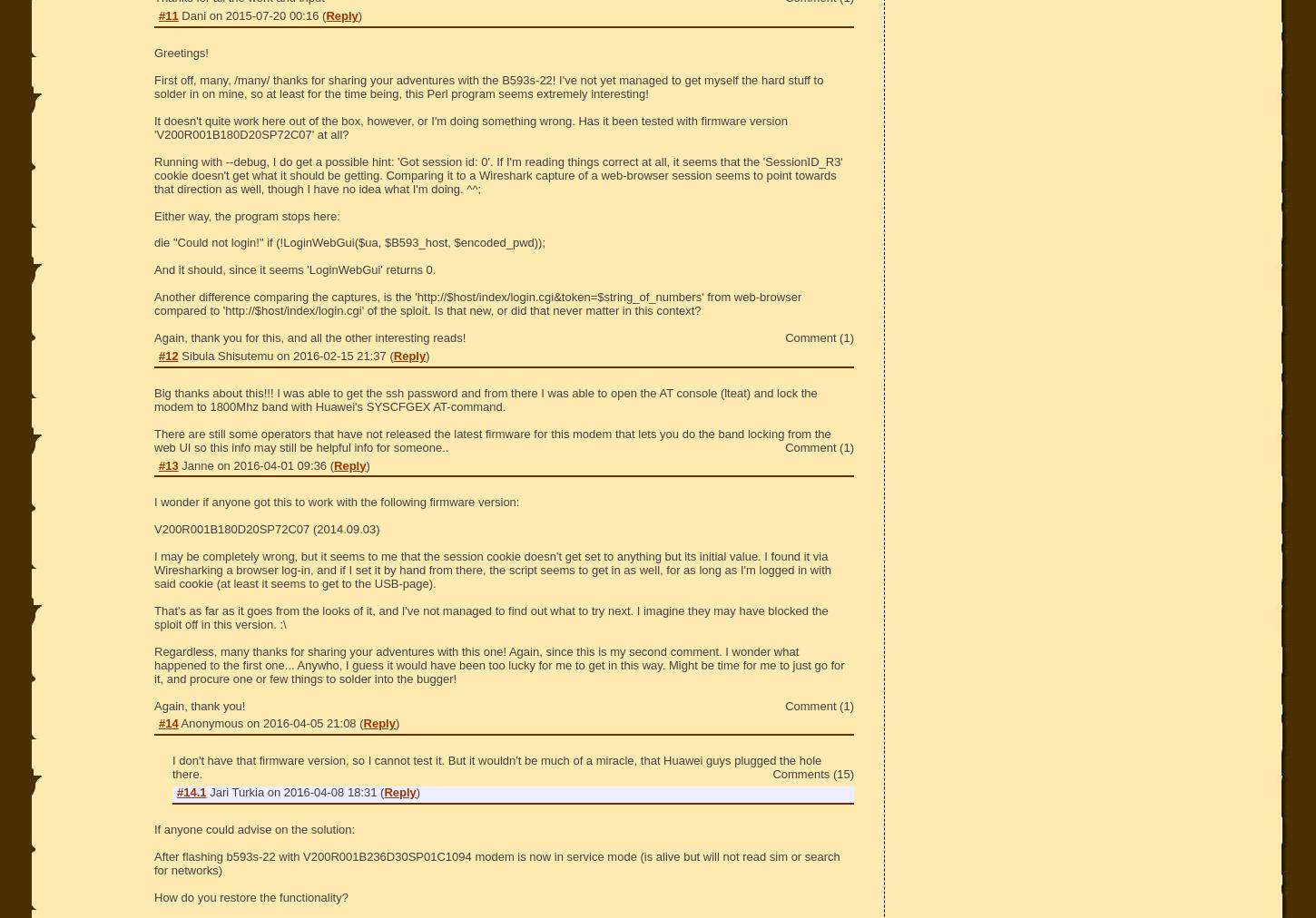 This screenshot has height=918, width=1316. I want to click on '2016-04-01 09:36', so click(280, 464).